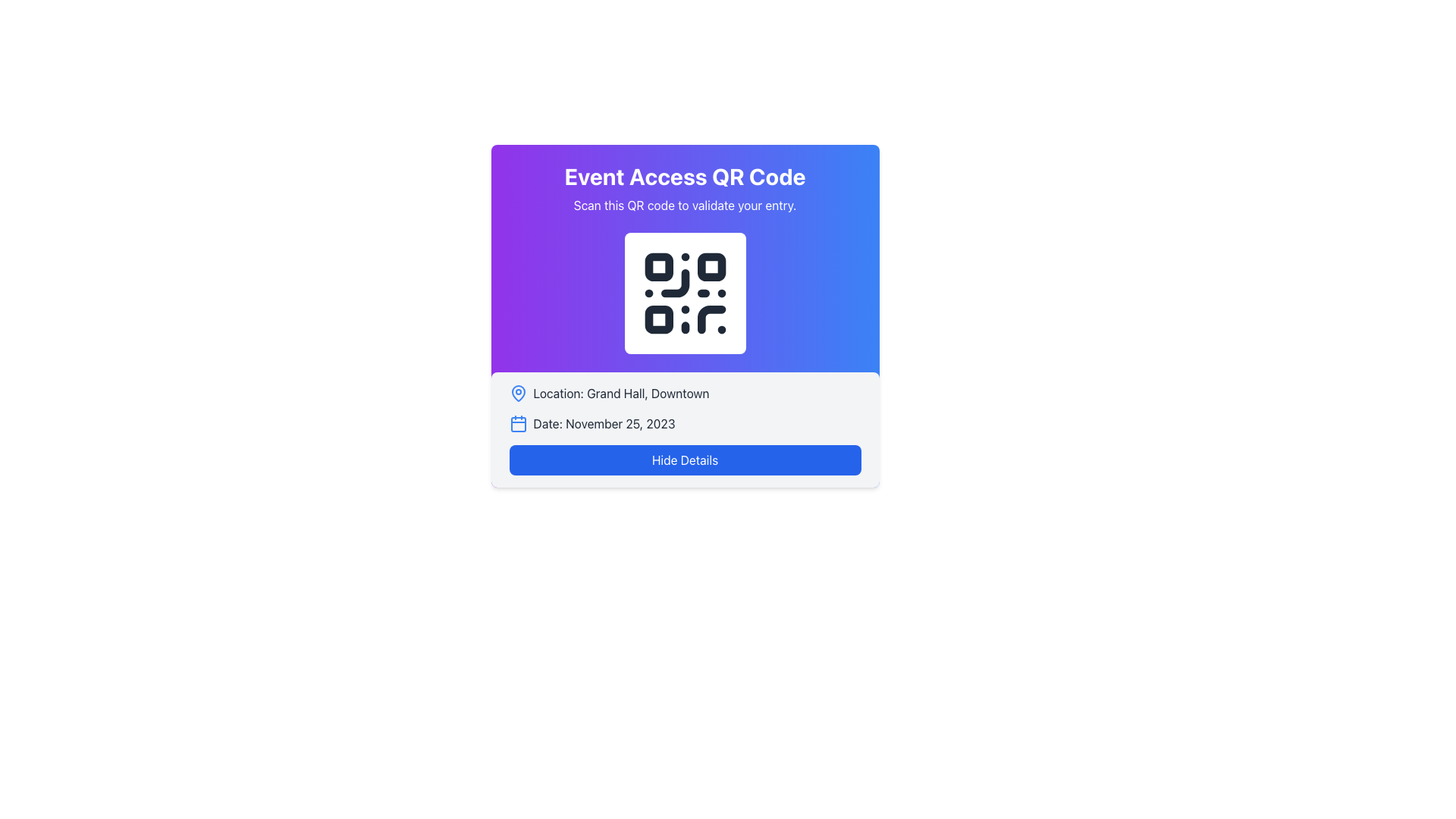 The height and width of the screenshot is (819, 1456). Describe the element at coordinates (603, 424) in the screenshot. I see `the static text label that provides the date associated with the event, located below a QR code and to the right of a blue calendar icon` at that location.